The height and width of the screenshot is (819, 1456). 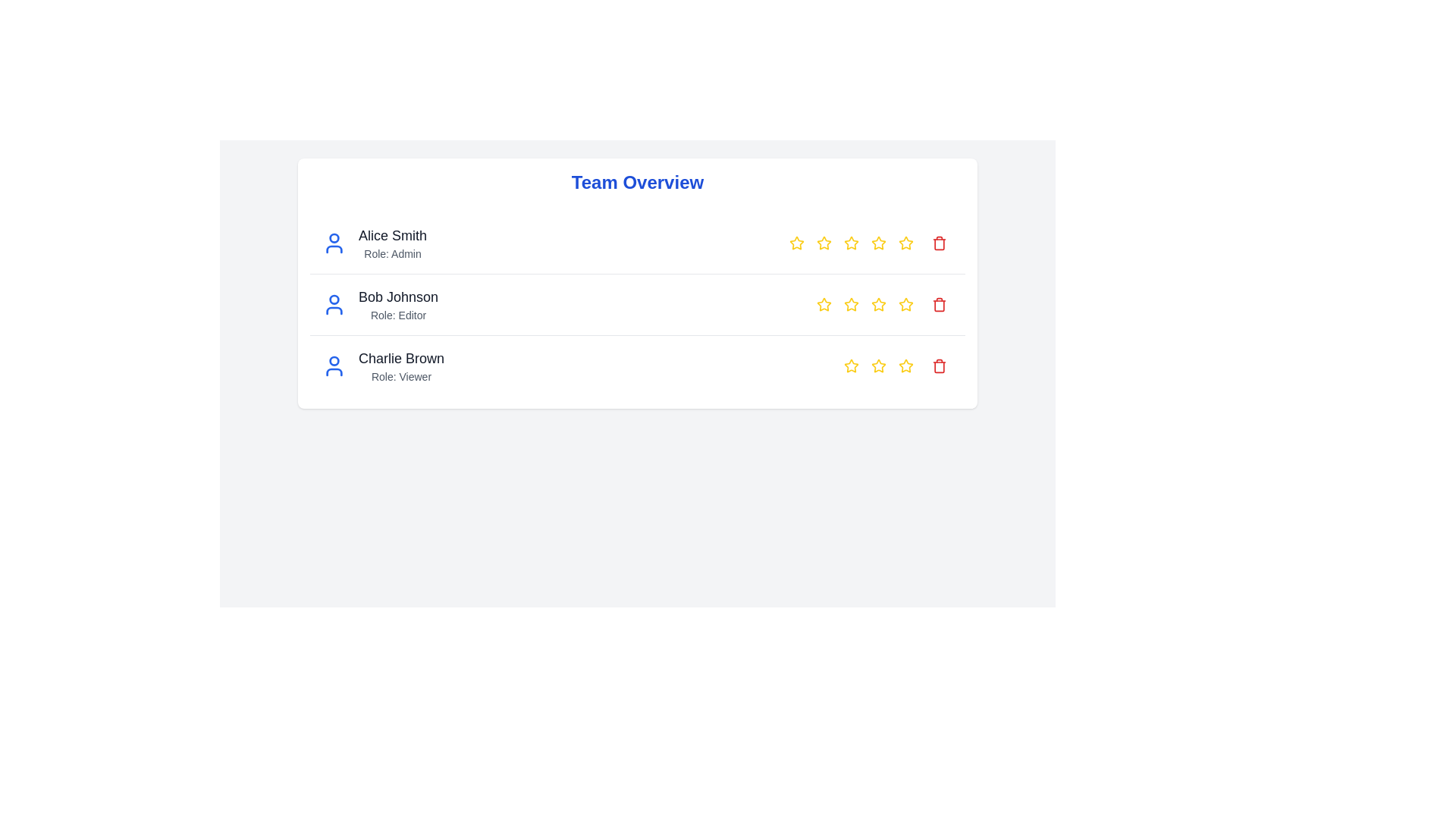 What do you see at coordinates (938, 242) in the screenshot?
I see `the delete button with a trash icon located at the rightmost end of the row for 'Alice Smith'` at bounding box center [938, 242].